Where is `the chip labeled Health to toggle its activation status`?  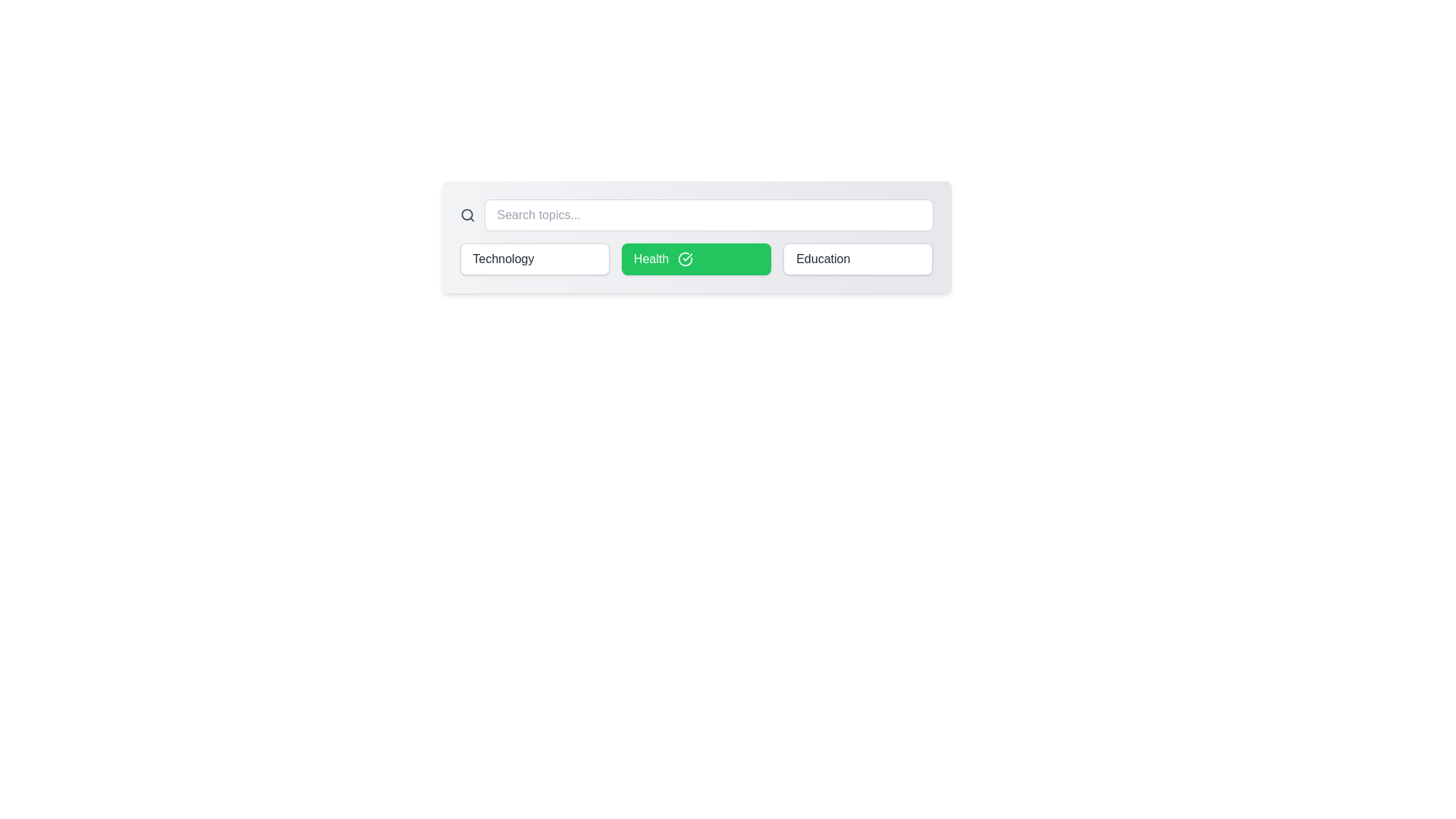 the chip labeled Health to toggle its activation status is located at coordinates (695, 259).